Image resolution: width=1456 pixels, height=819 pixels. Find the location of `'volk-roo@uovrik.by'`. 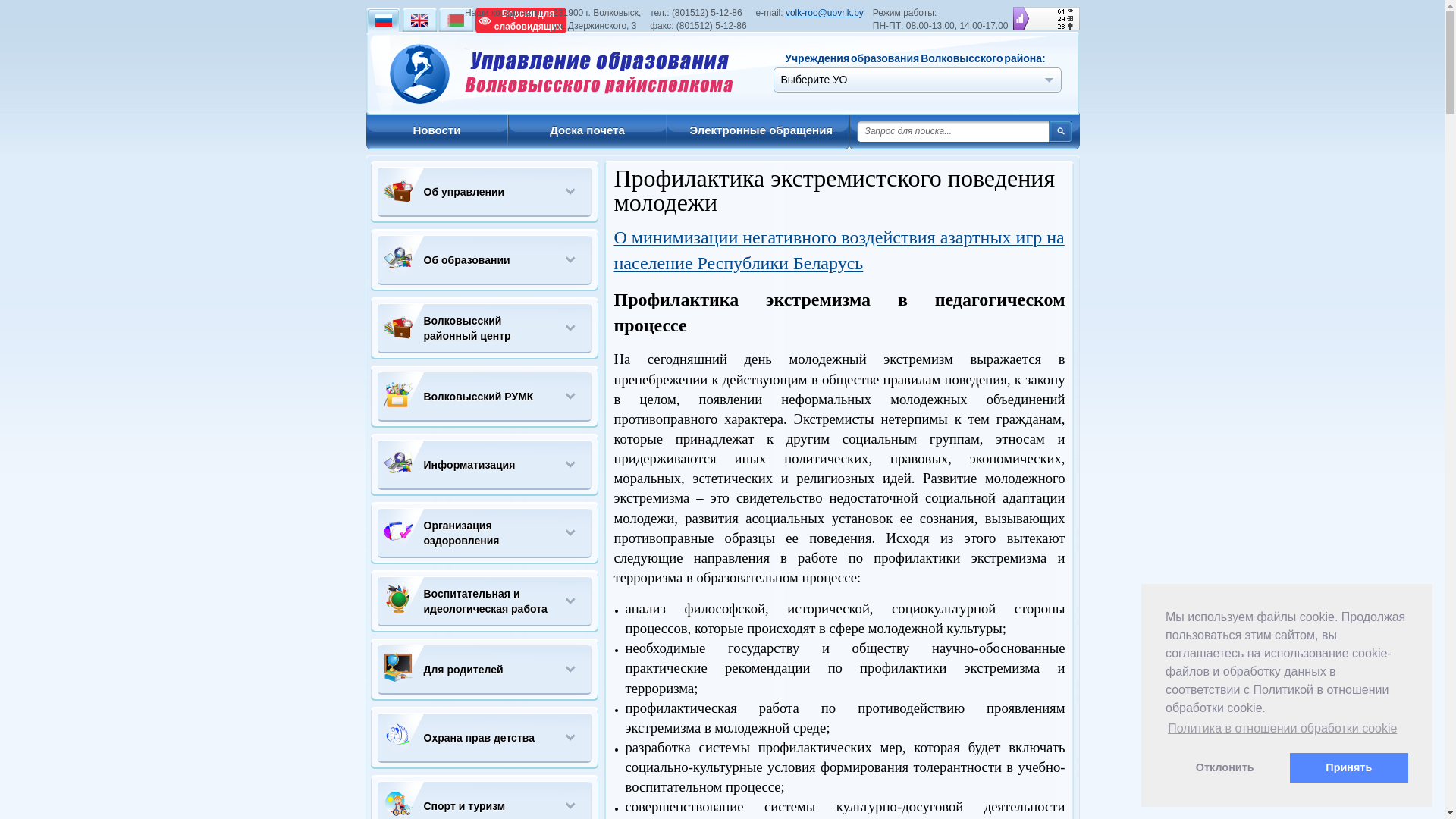

'volk-roo@uovrik.by' is located at coordinates (824, 12).